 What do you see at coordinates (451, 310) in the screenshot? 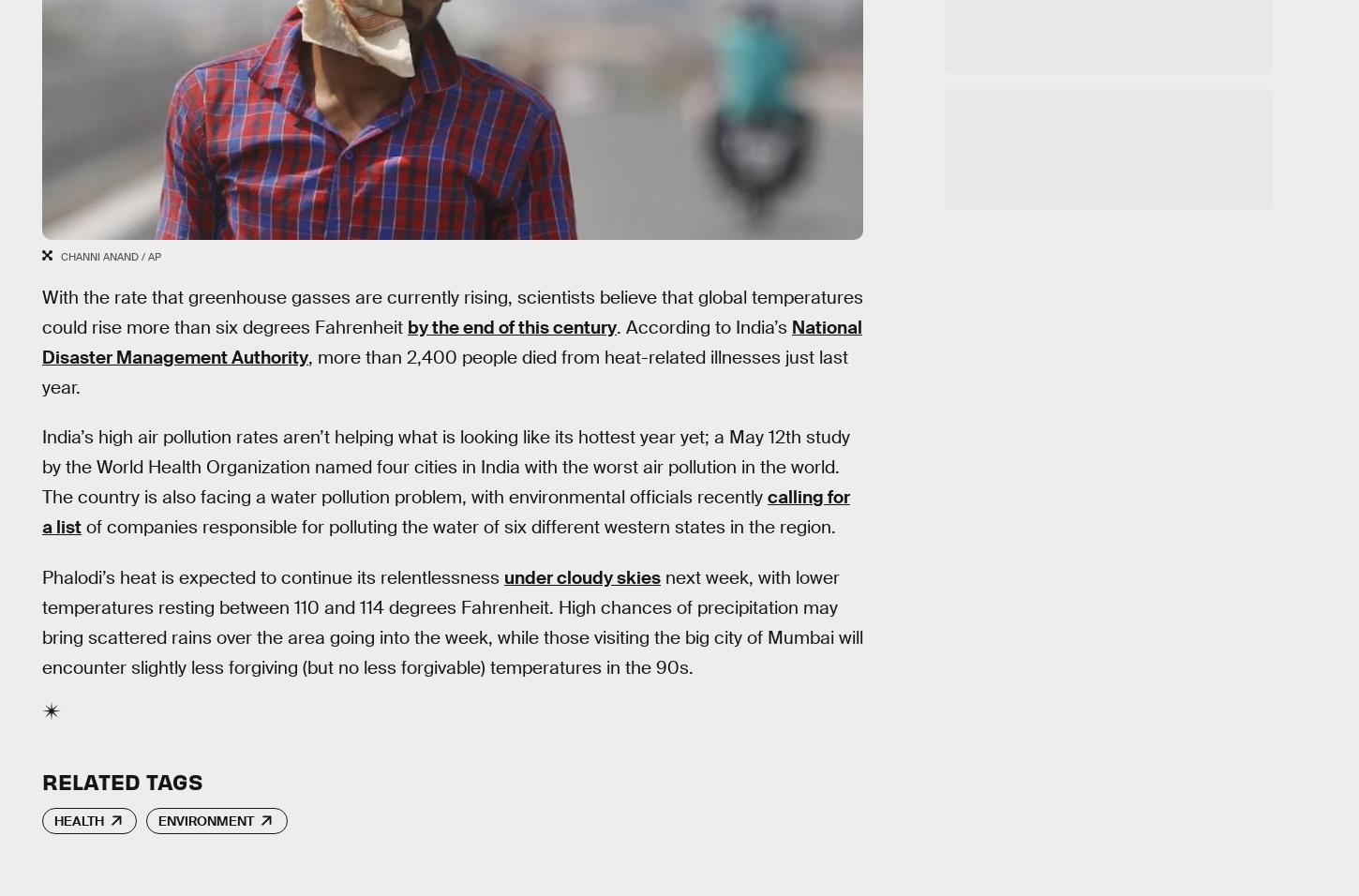
I see `'With the rate that greenhouse gasses are currently rising, scientists believe that global temperatures could rise more than six degrees Fahrenheit'` at bounding box center [451, 310].